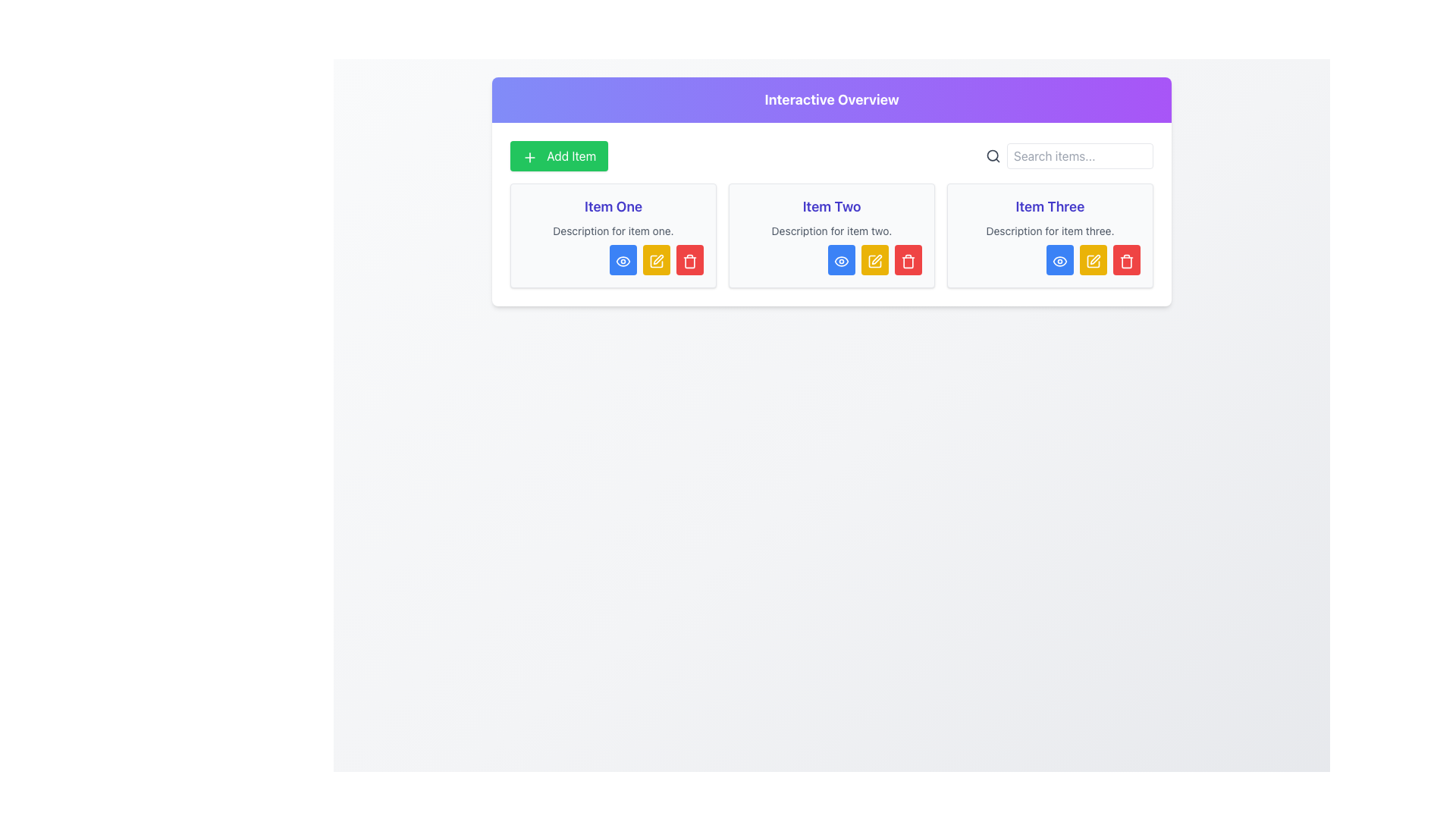  Describe the element at coordinates (558, 155) in the screenshot. I see `the 'Add New Item' button located in the upper-left region of the interface` at that location.